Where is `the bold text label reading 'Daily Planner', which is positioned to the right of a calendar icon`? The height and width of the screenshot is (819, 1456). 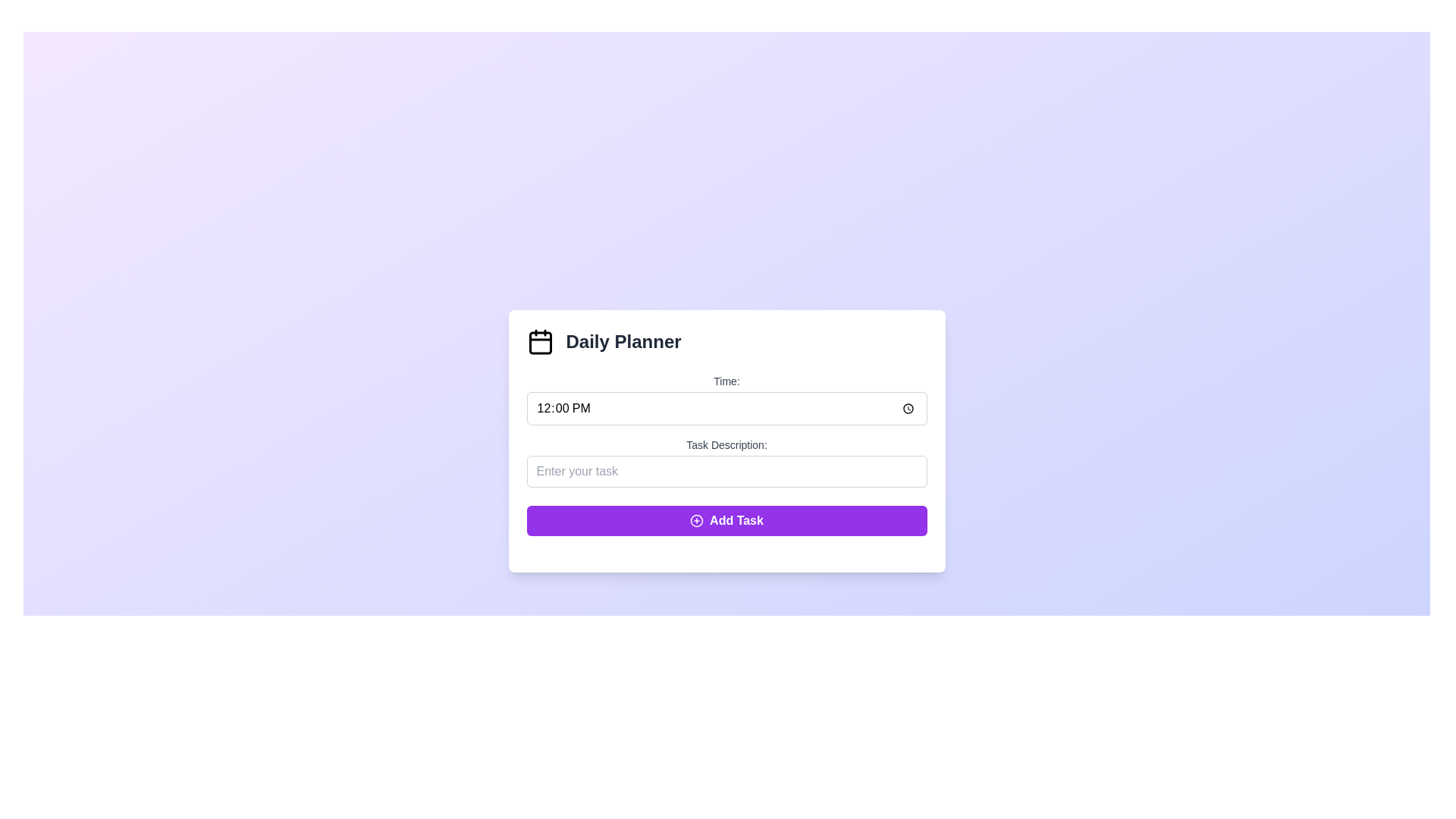
the bold text label reading 'Daily Planner', which is positioned to the right of a calendar icon is located at coordinates (623, 342).